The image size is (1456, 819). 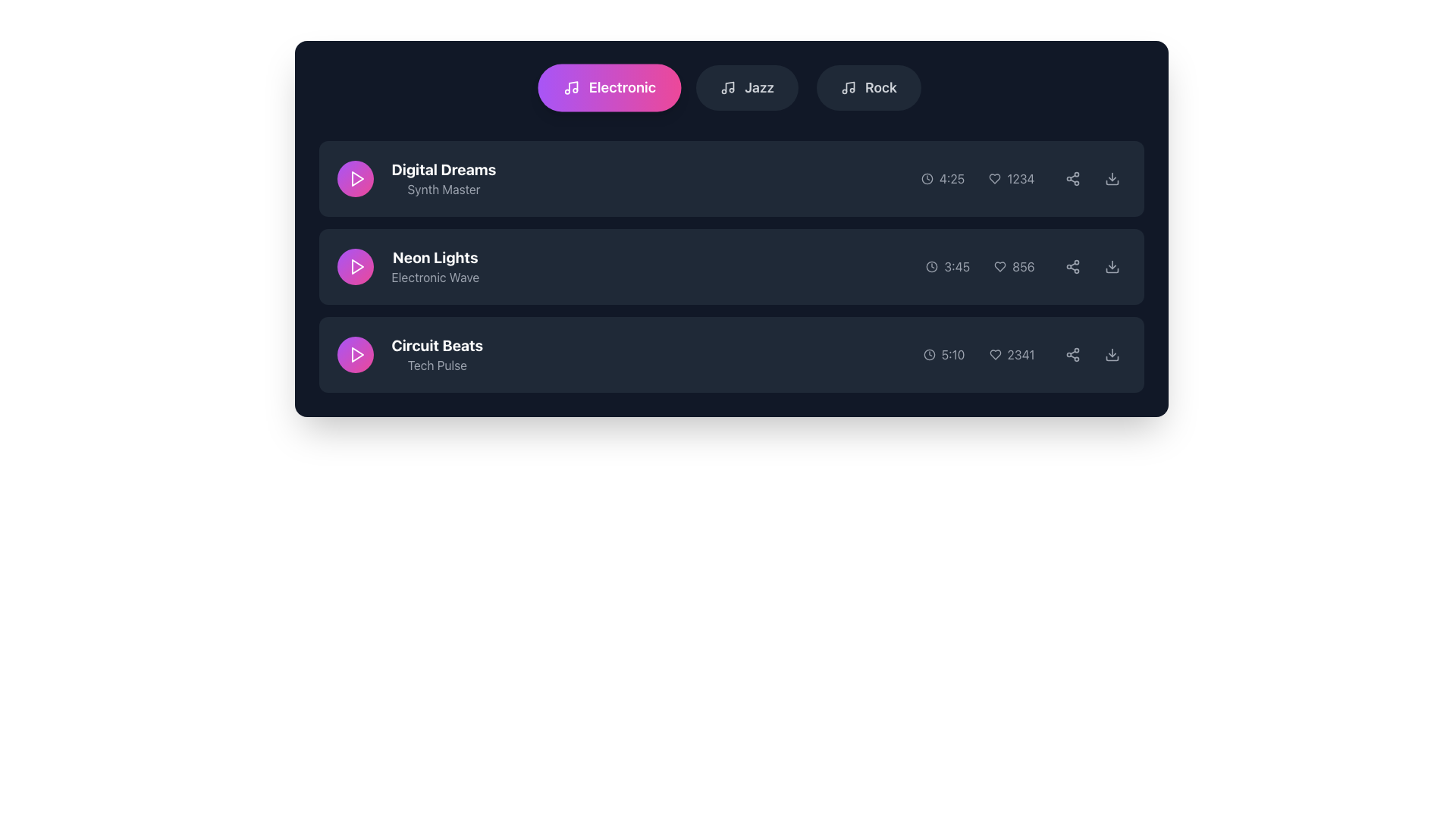 I want to click on the text label displaying 'Electronic Wave', which is positioned below the title 'Neon Lights' in the interface, so click(x=435, y=278).